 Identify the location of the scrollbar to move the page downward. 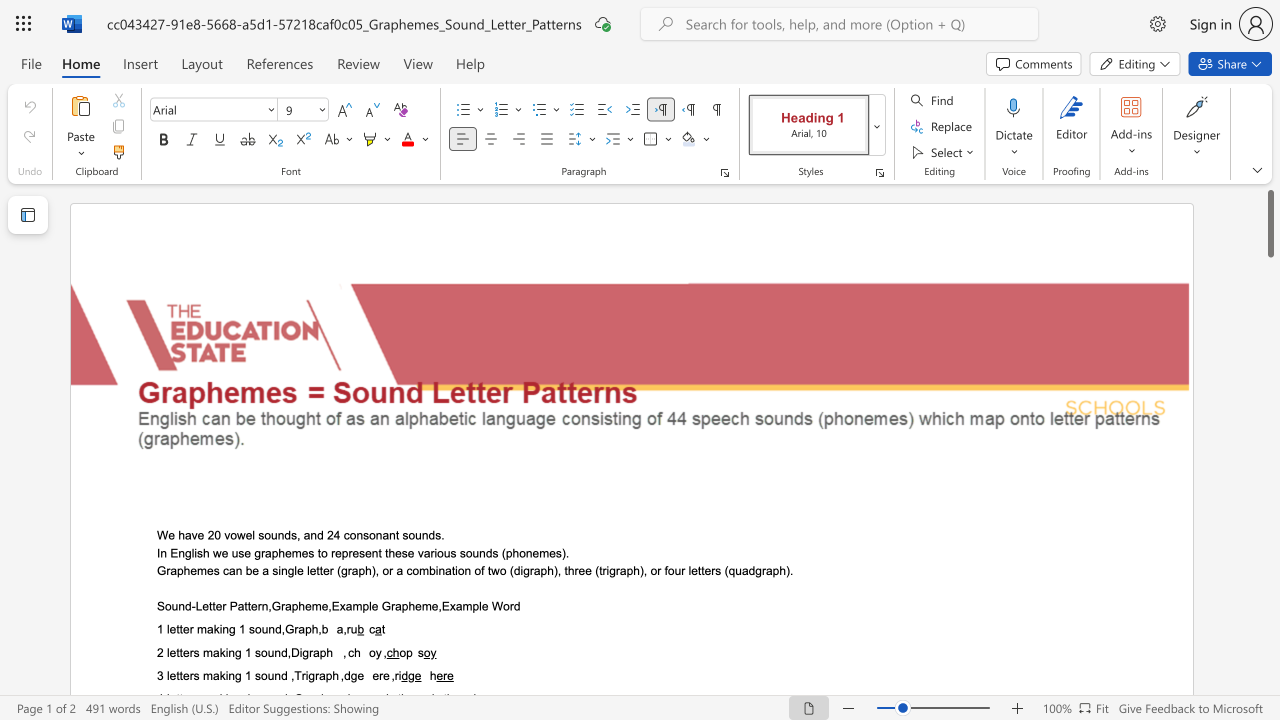
(1269, 360).